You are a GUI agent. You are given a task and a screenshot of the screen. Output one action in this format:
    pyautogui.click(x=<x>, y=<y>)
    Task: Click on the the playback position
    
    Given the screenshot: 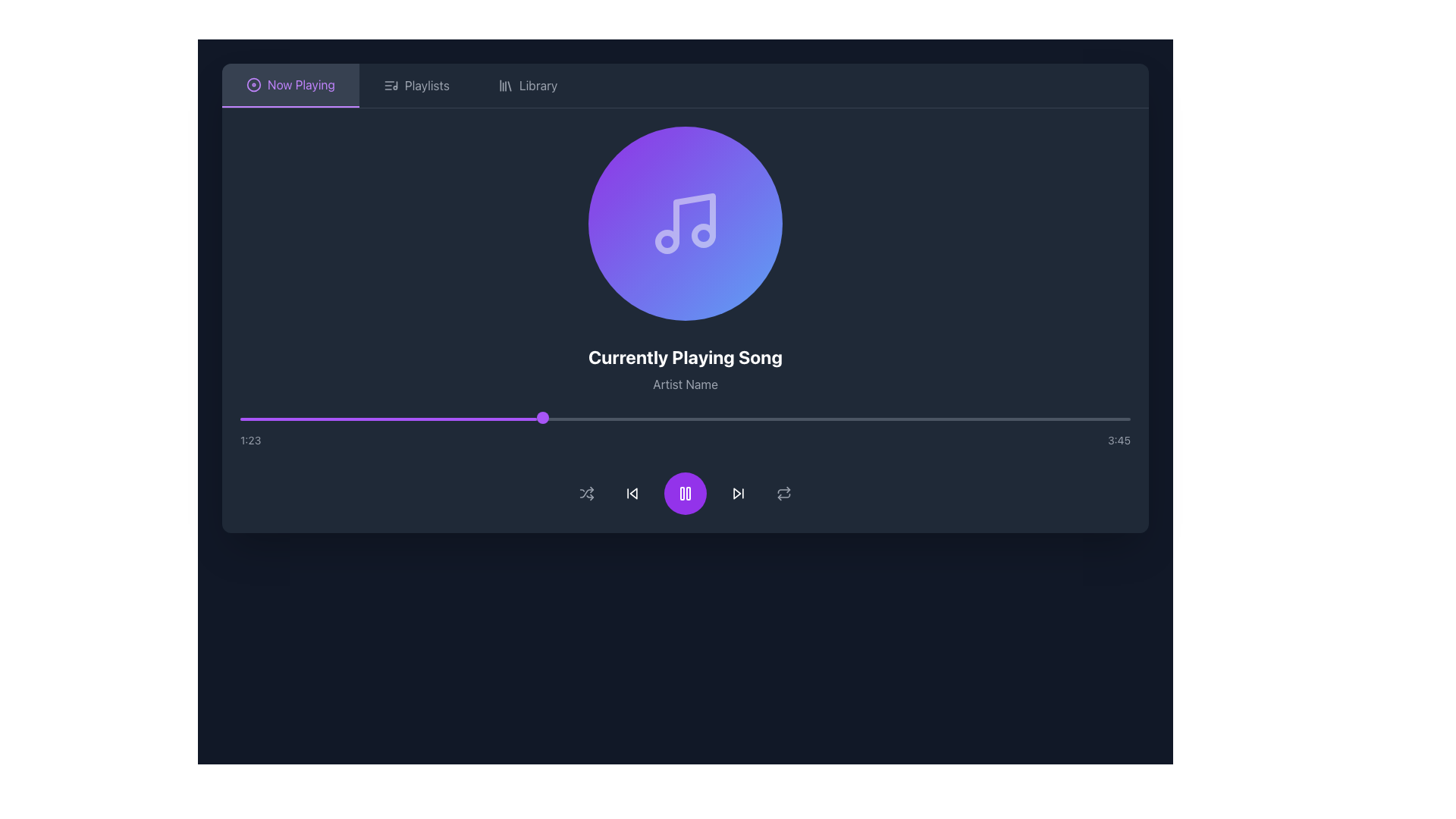 What is the action you would take?
    pyautogui.click(x=1085, y=419)
    